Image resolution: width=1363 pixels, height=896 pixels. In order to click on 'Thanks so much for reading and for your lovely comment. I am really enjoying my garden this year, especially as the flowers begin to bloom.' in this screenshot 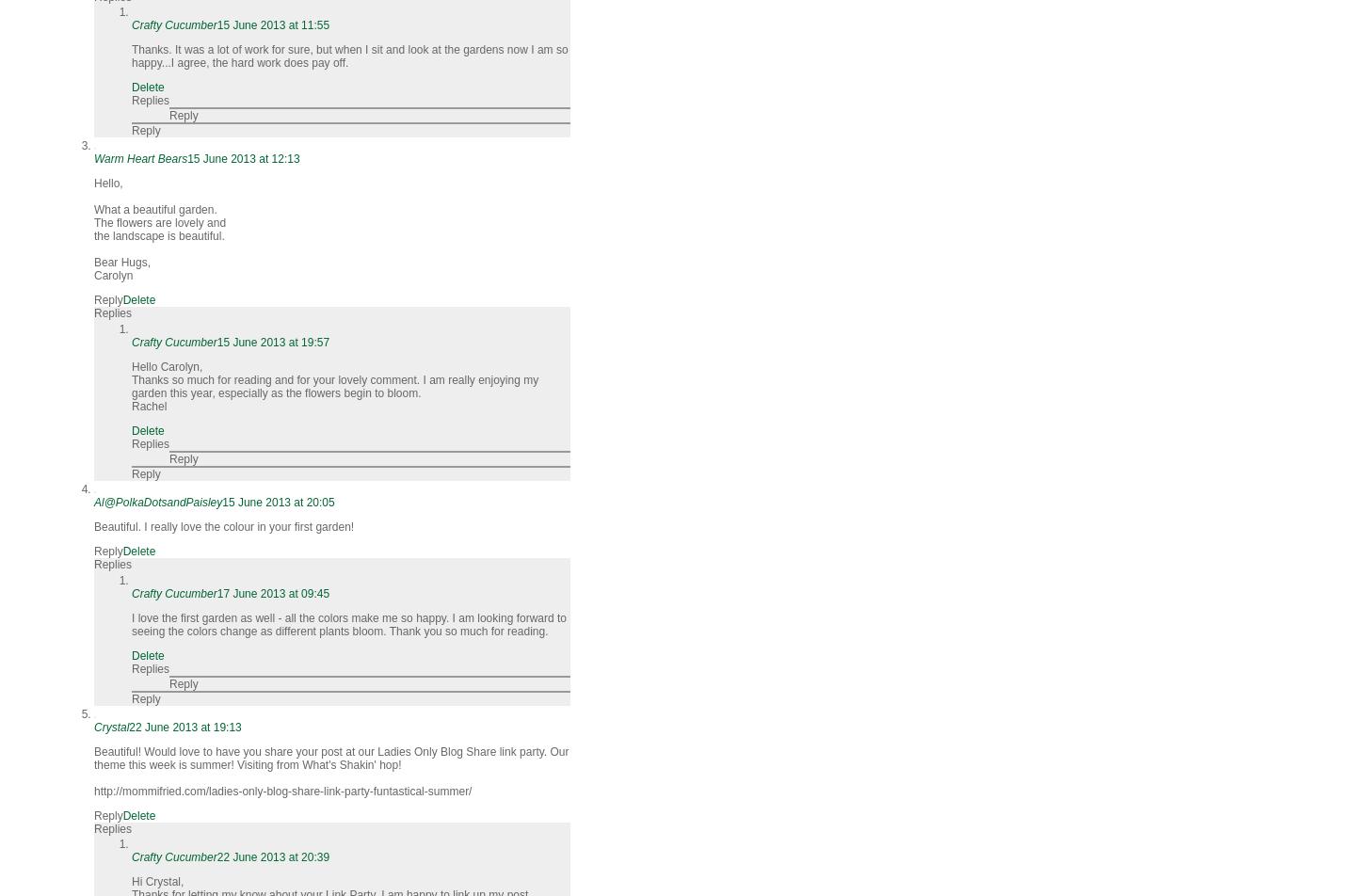, I will do `click(334, 386)`.